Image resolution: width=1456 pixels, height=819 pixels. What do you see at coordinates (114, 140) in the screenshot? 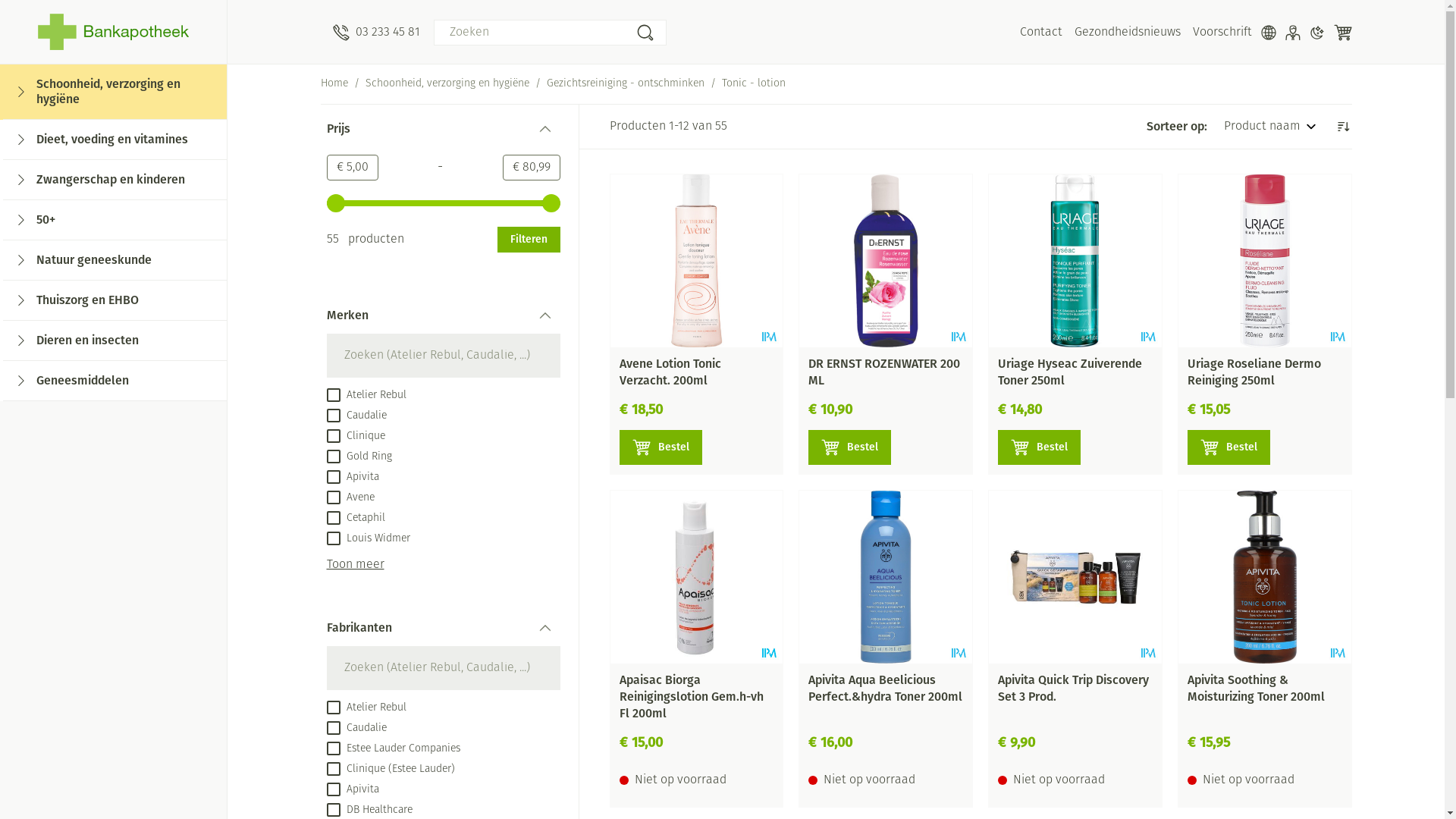
I see `'Dieet, voeding en vitamines'` at bounding box center [114, 140].